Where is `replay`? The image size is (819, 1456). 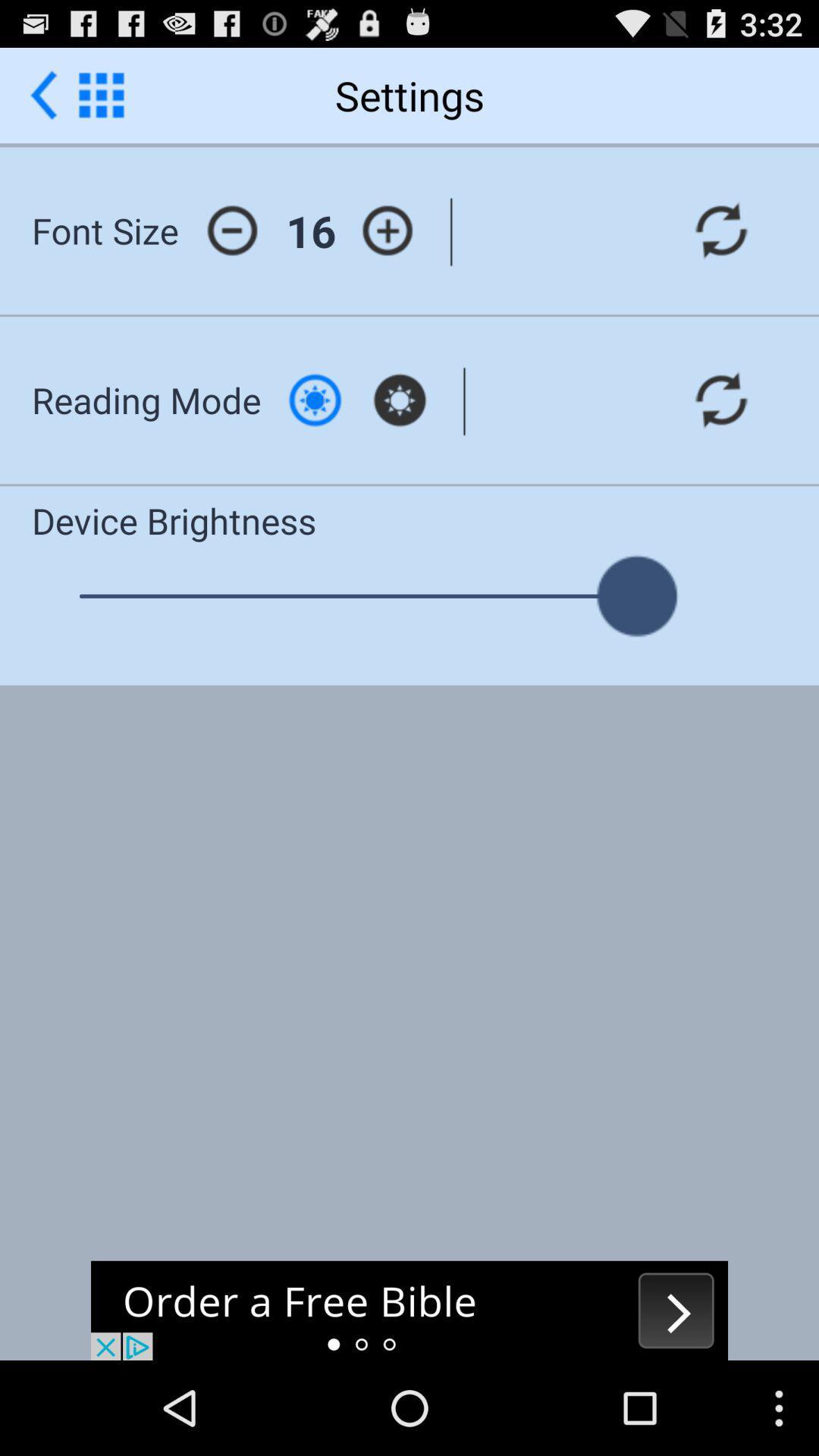
replay is located at coordinates (720, 400).